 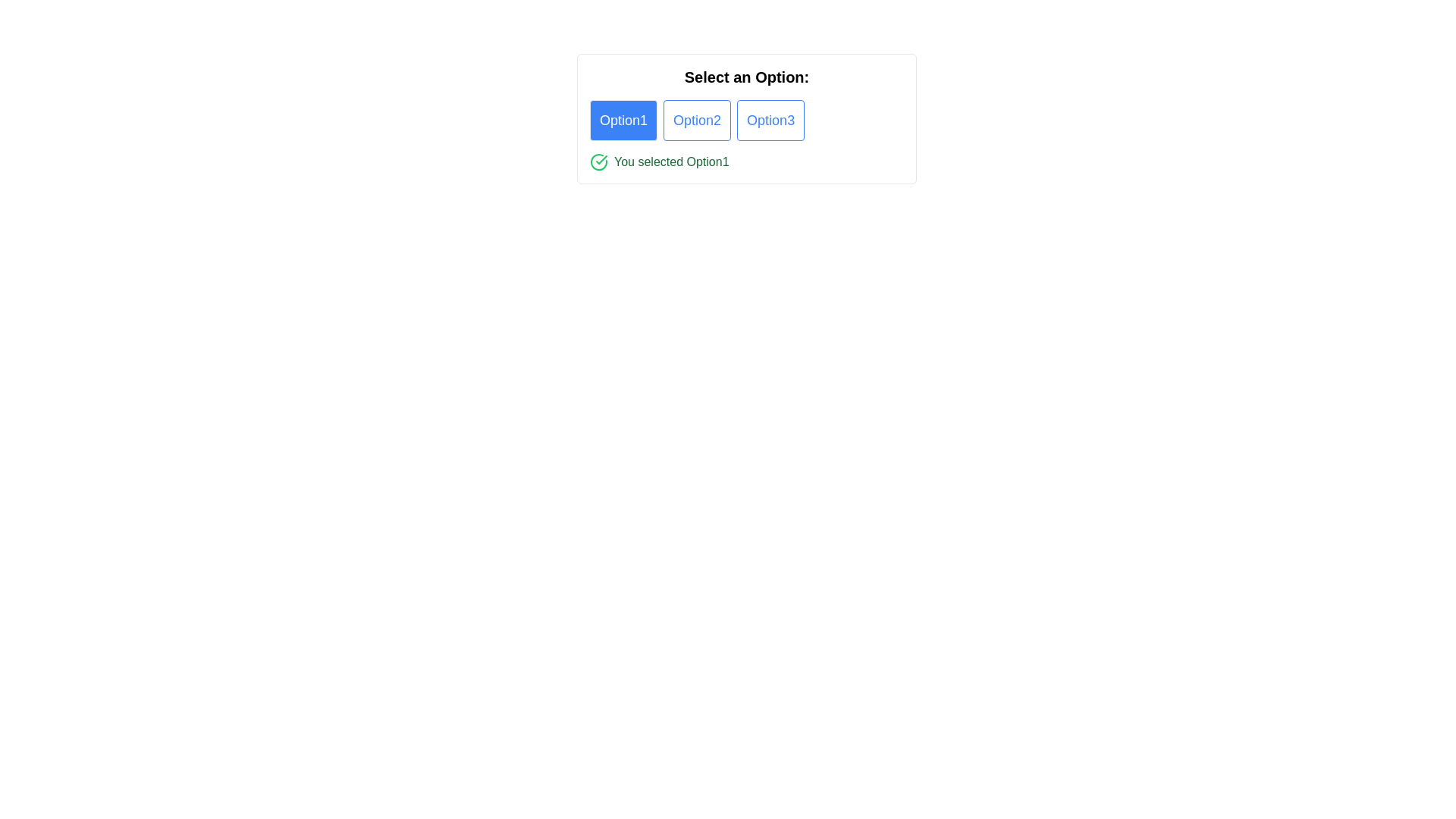 I want to click on the 'Option2' button to activate its hover effect, which scales the button size slightly, so click(x=696, y=119).